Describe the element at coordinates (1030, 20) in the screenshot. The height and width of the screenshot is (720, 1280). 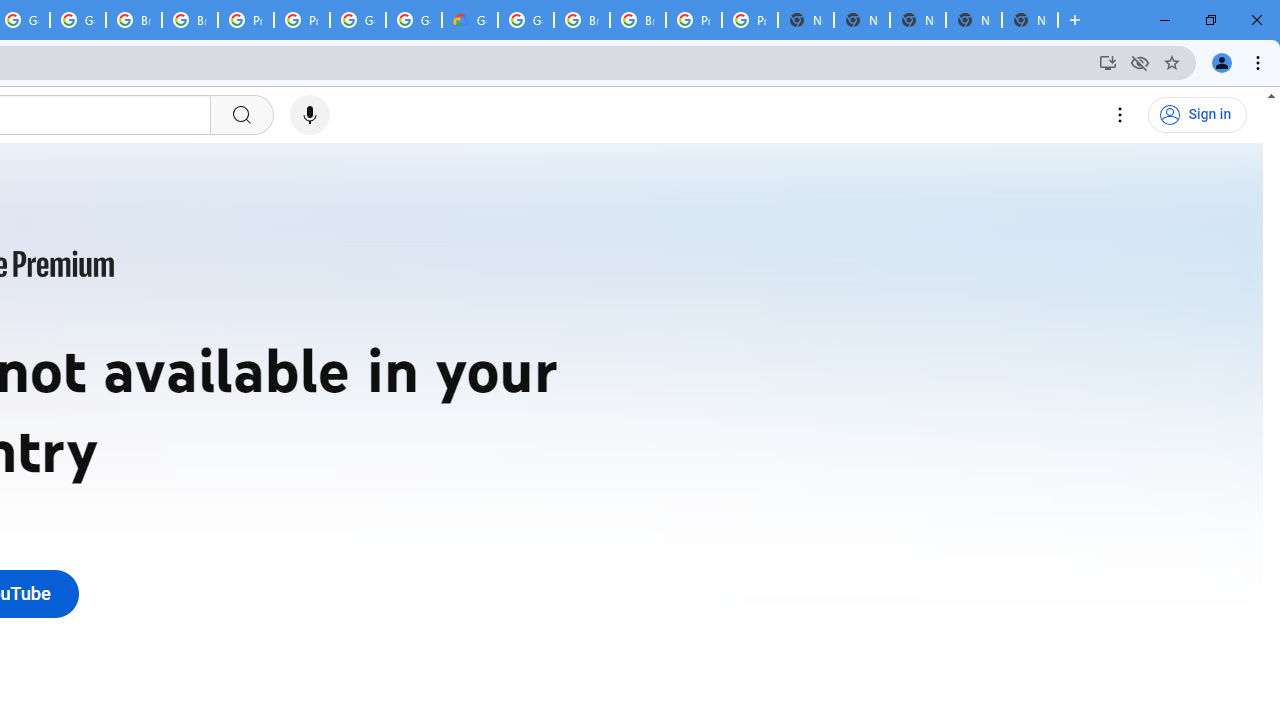
I see `'New Tab'` at that location.